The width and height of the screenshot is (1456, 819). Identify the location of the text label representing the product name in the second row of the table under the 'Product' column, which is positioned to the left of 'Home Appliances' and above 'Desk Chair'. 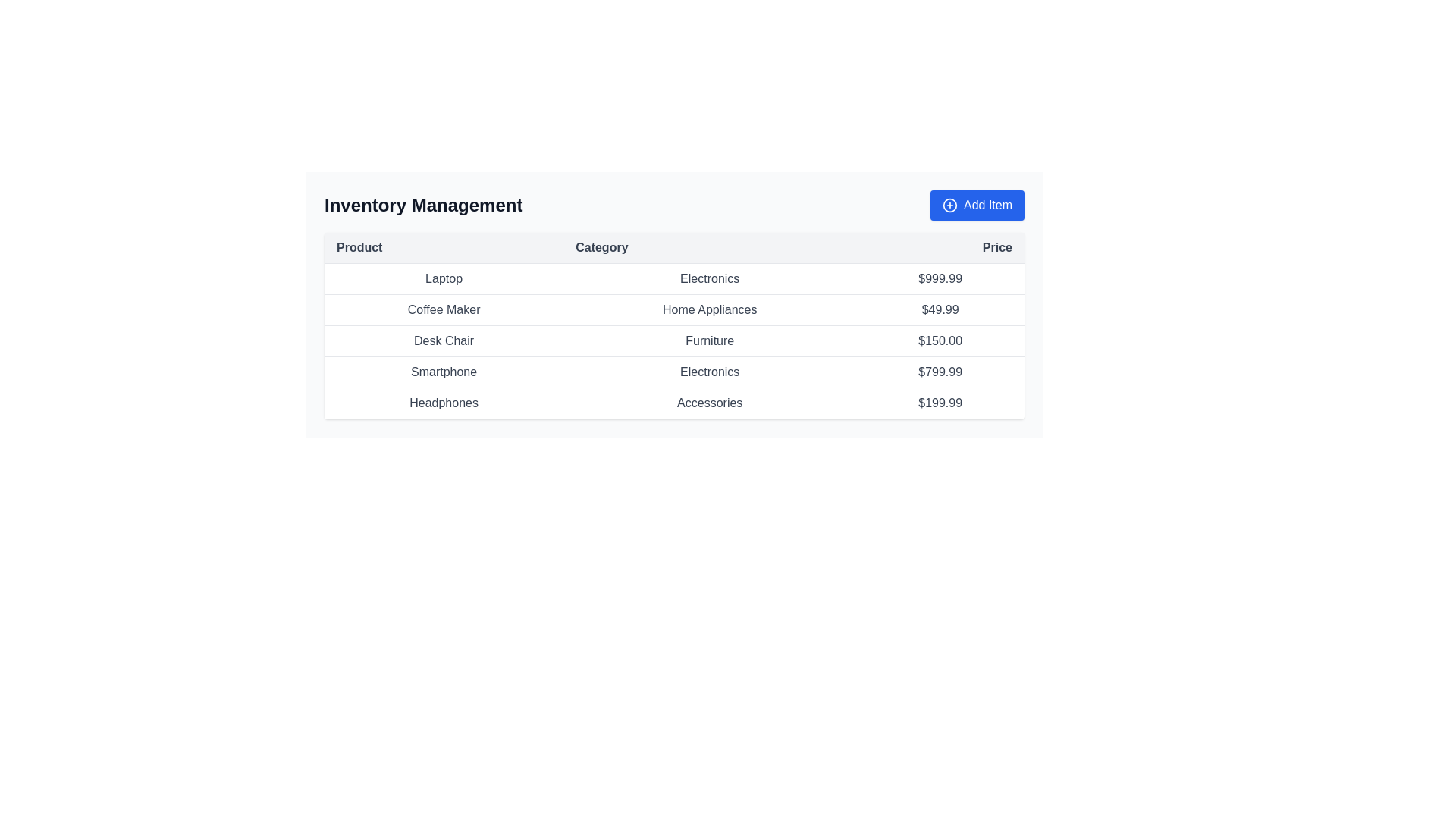
(443, 309).